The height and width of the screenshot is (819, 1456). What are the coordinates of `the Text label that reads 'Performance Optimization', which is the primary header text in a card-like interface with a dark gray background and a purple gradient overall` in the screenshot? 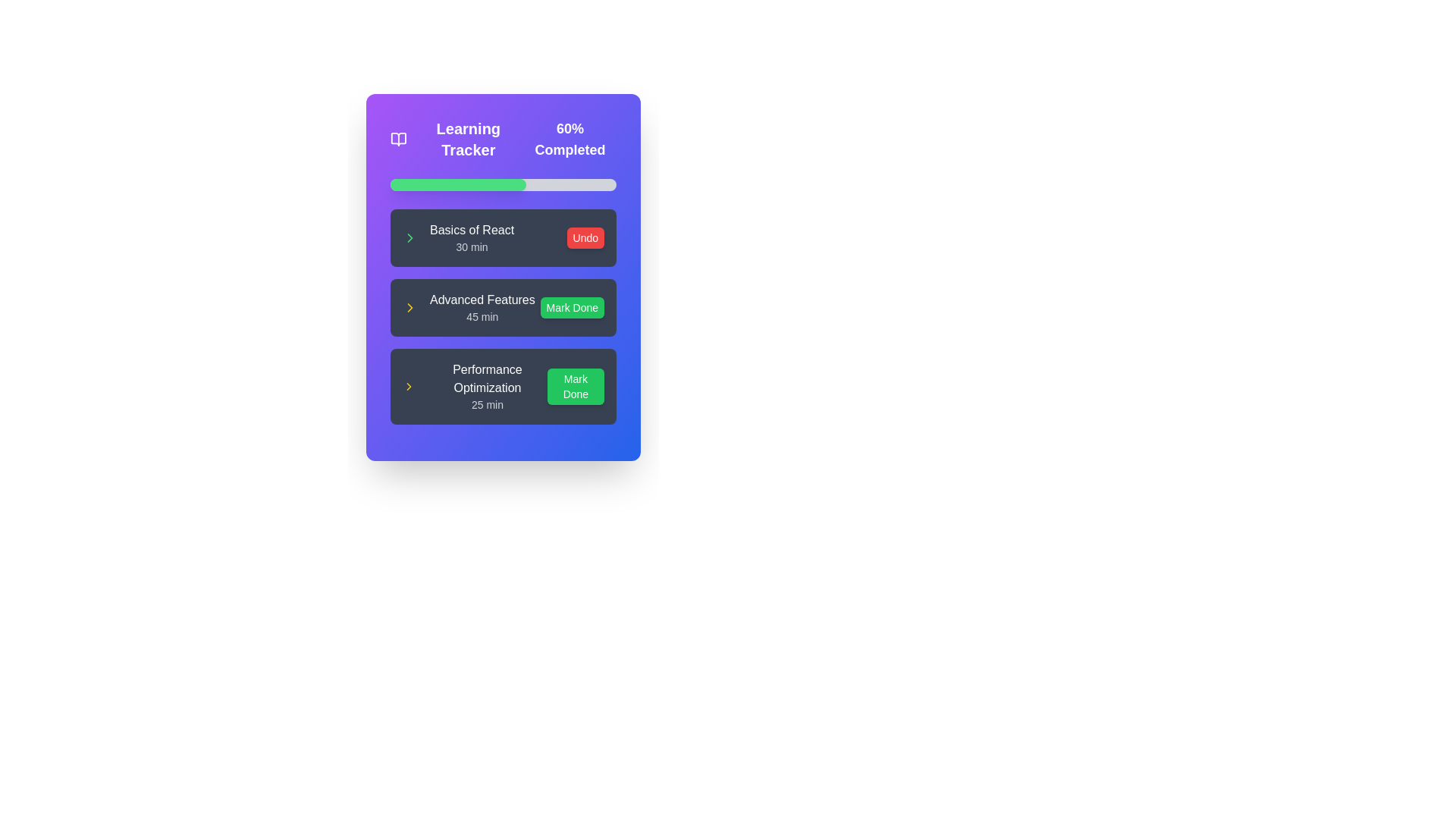 It's located at (488, 378).